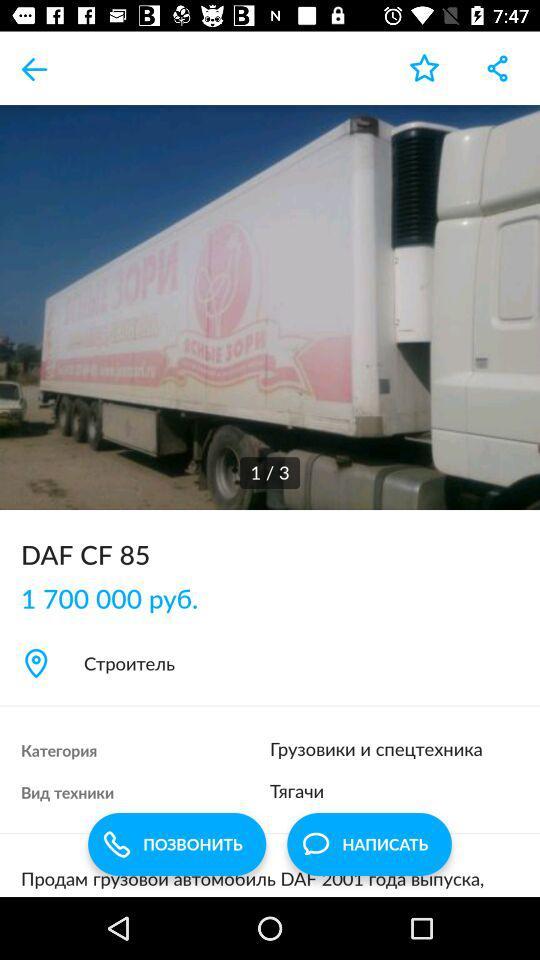 The height and width of the screenshot is (960, 540). I want to click on the icon above 1 700 000 item, so click(270, 554).